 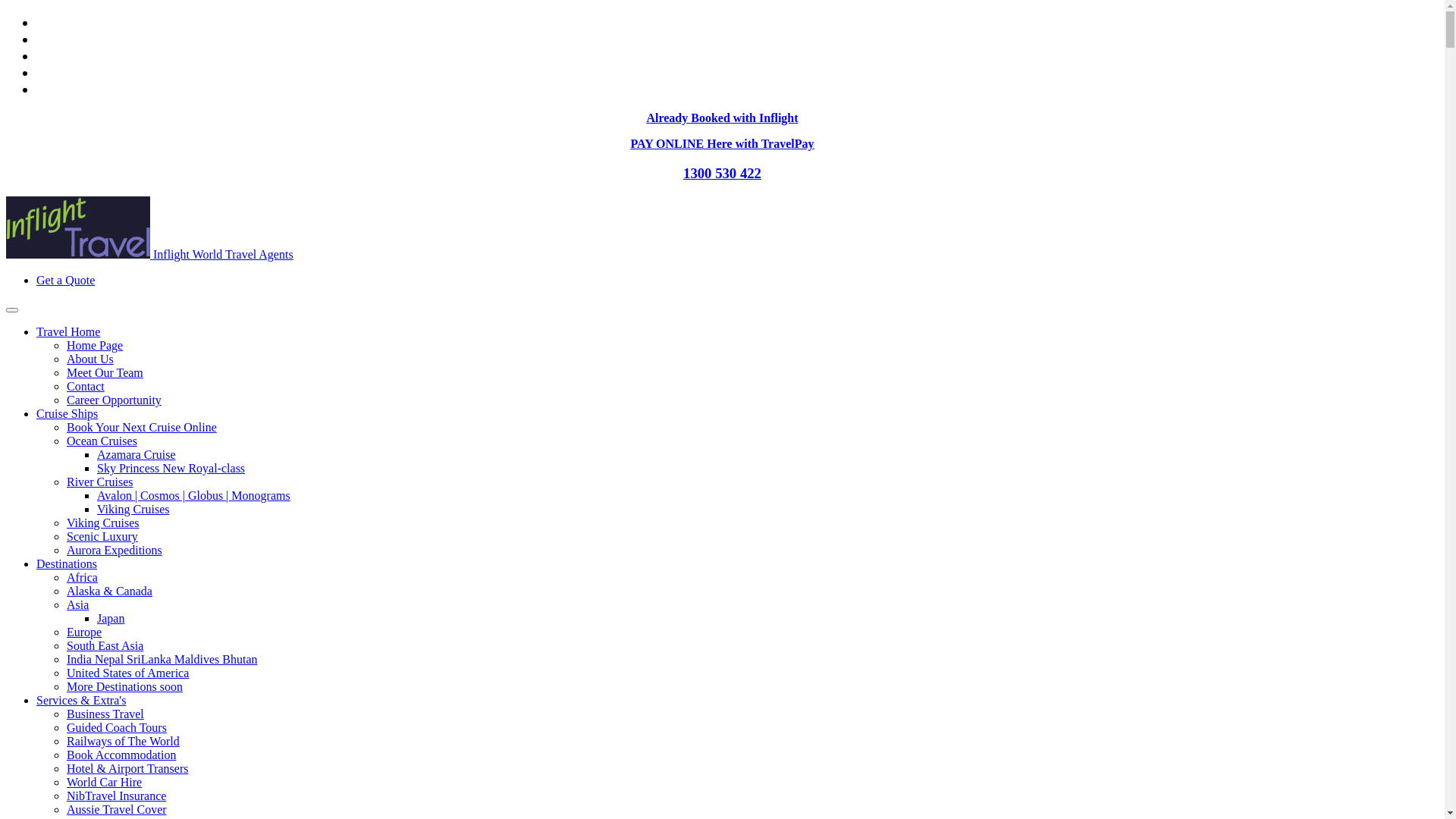 I want to click on 'Home Page', so click(x=93, y=345).